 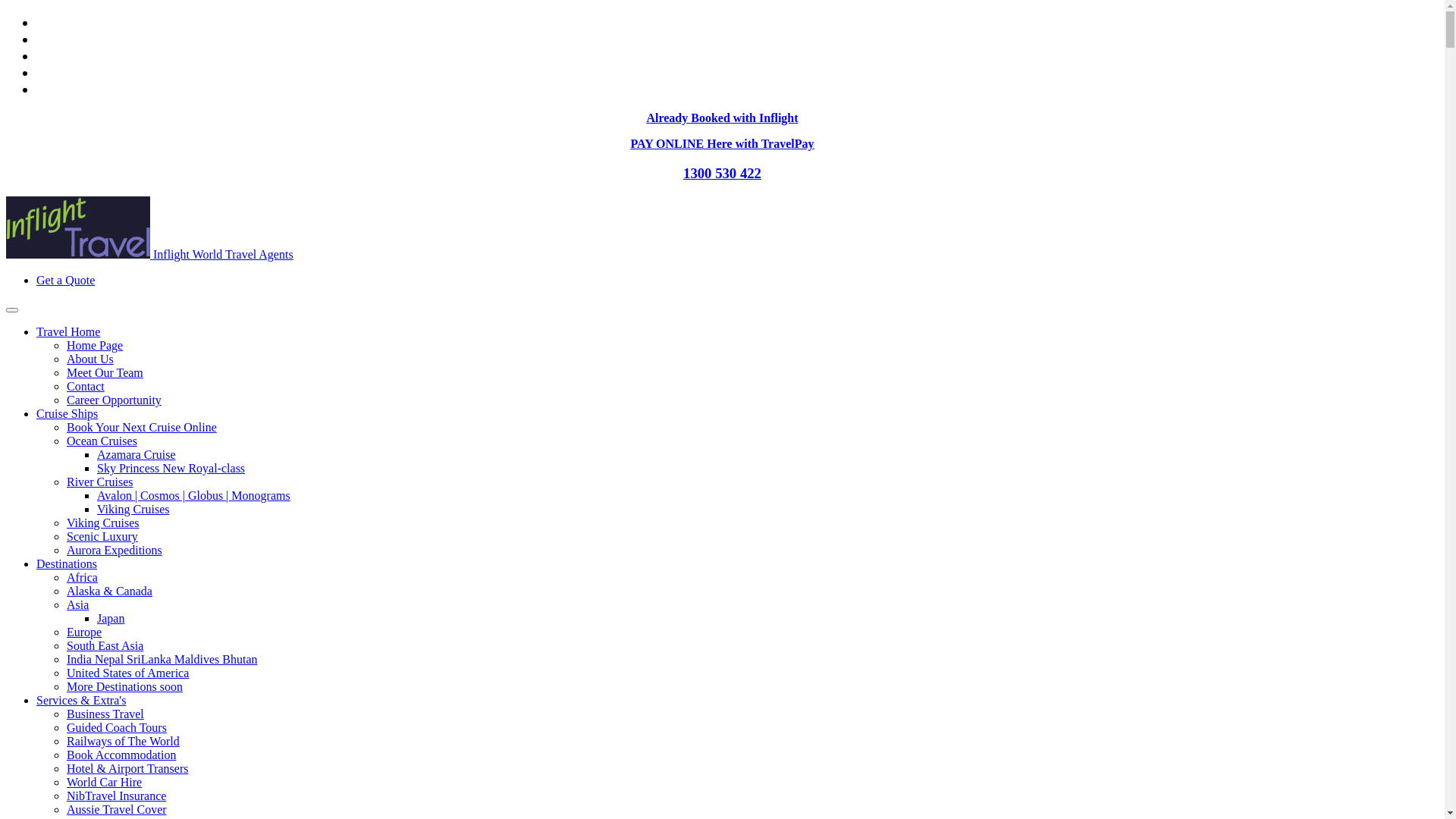 I want to click on 'Home Page', so click(x=93, y=345).